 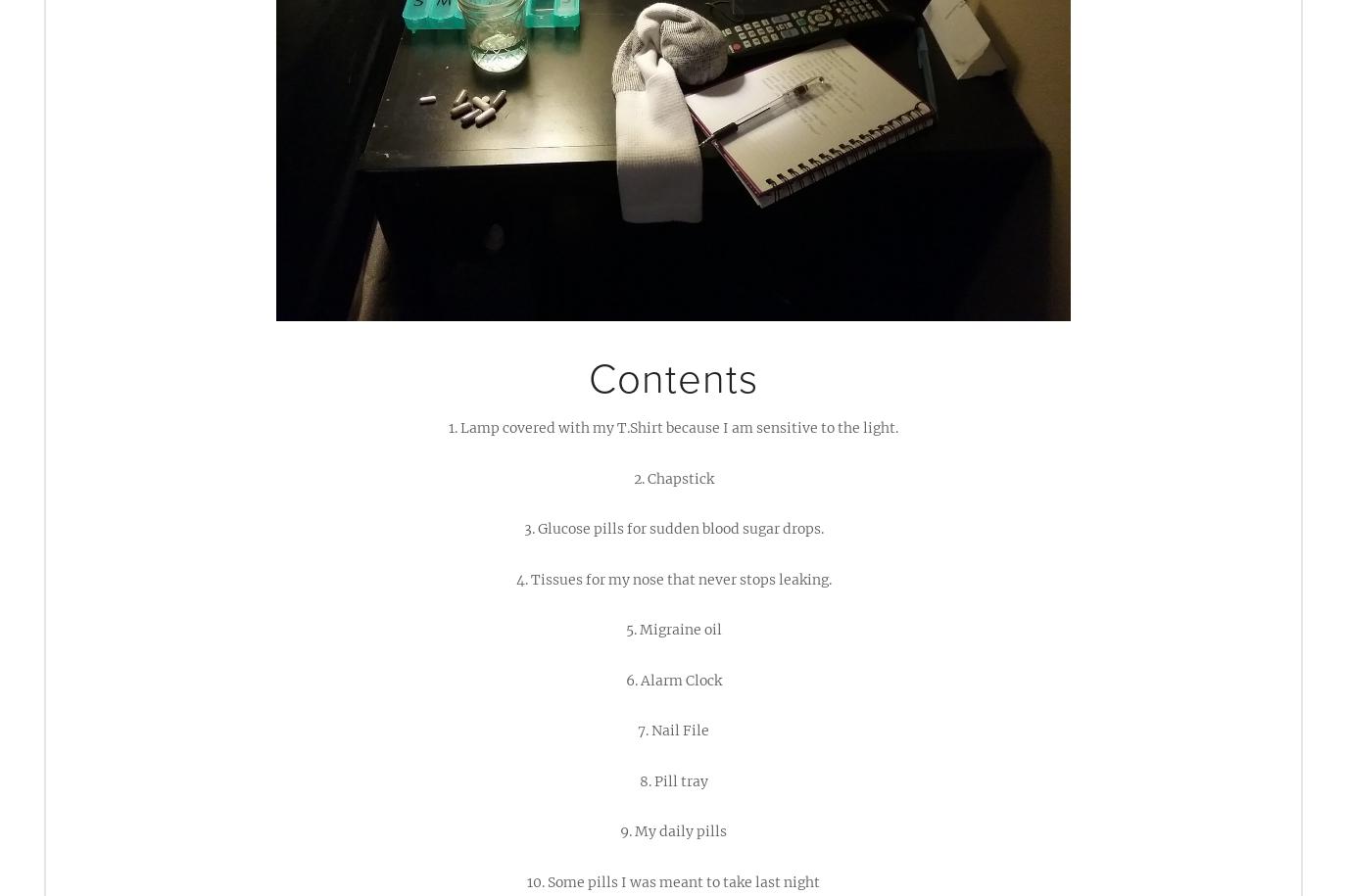 What do you see at coordinates (671, 778) in the screenshot?
I see `'8. Pill tray'` at bounding box center [671, 778].